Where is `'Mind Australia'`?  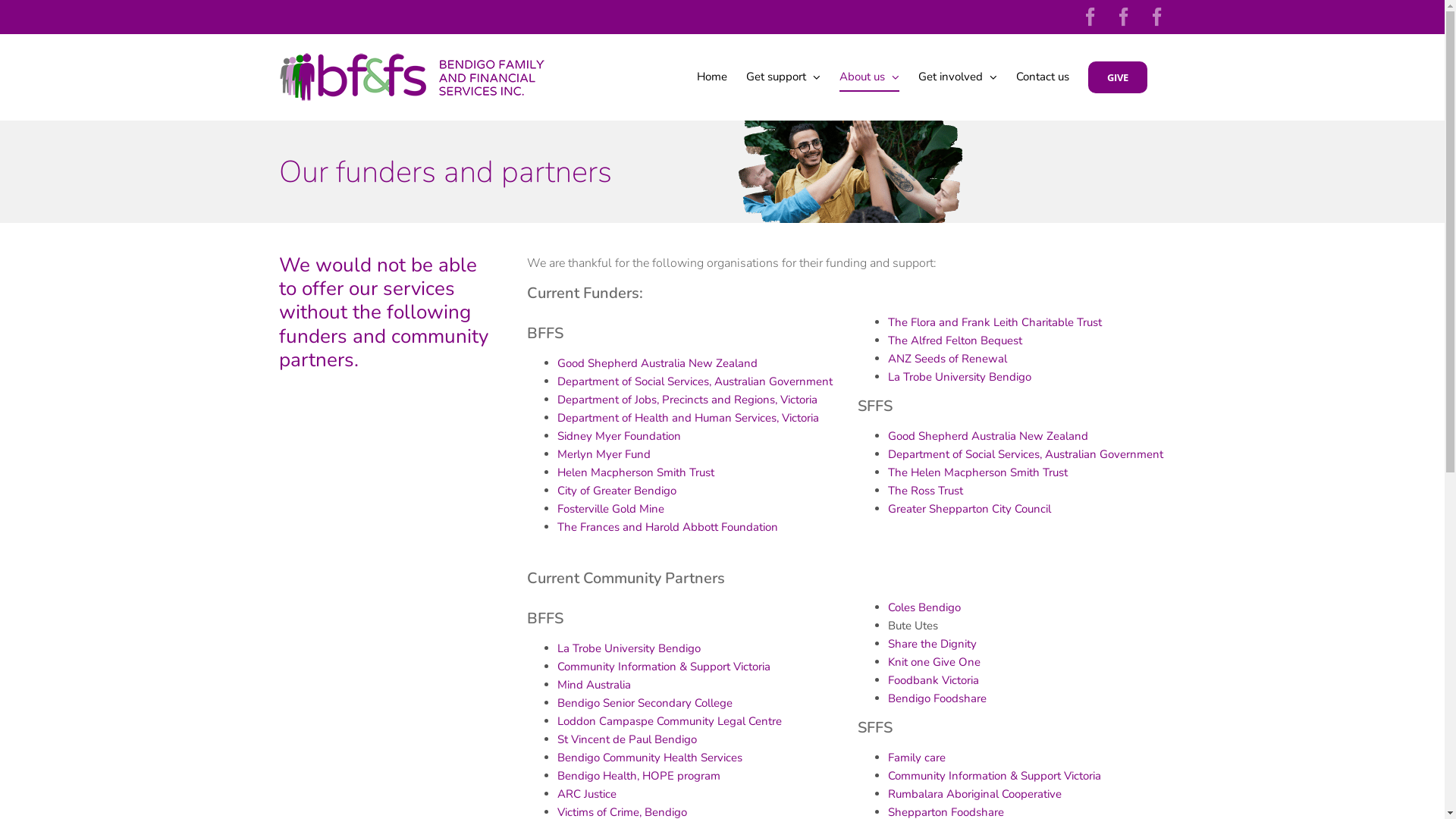 'Mind Australia' is located at coordinates (593, 684).